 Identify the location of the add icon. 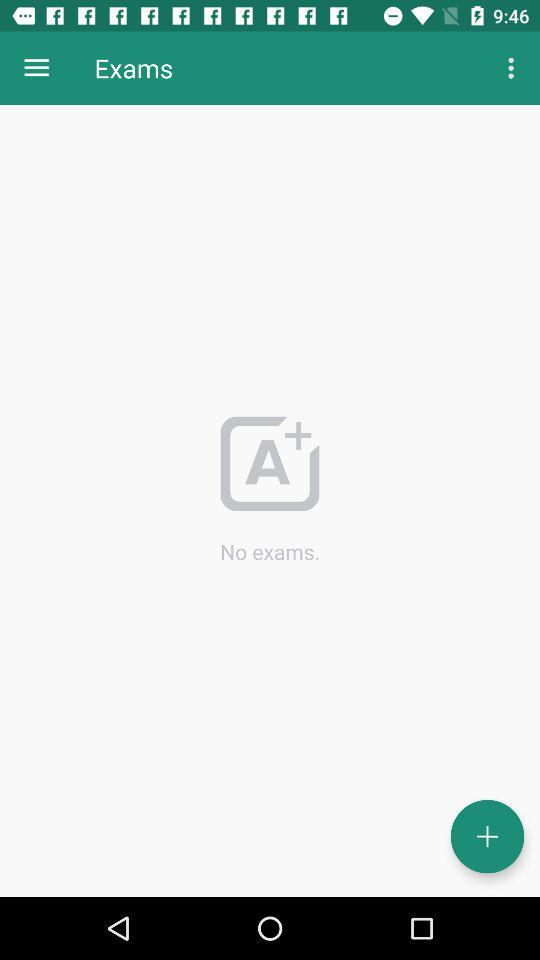
(486, 836).